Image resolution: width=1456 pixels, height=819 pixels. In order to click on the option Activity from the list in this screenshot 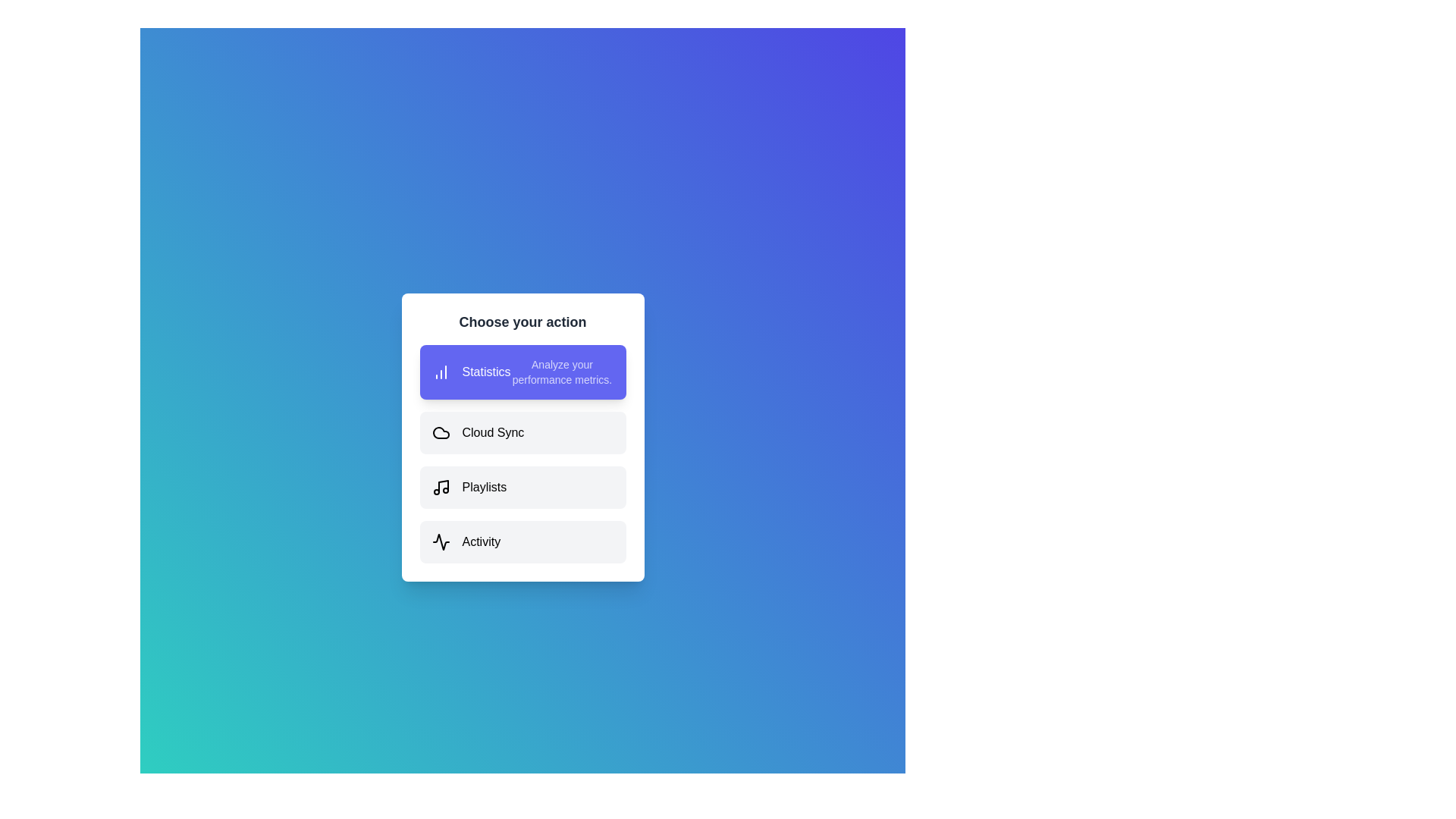, I will do `click(522, 541)`.